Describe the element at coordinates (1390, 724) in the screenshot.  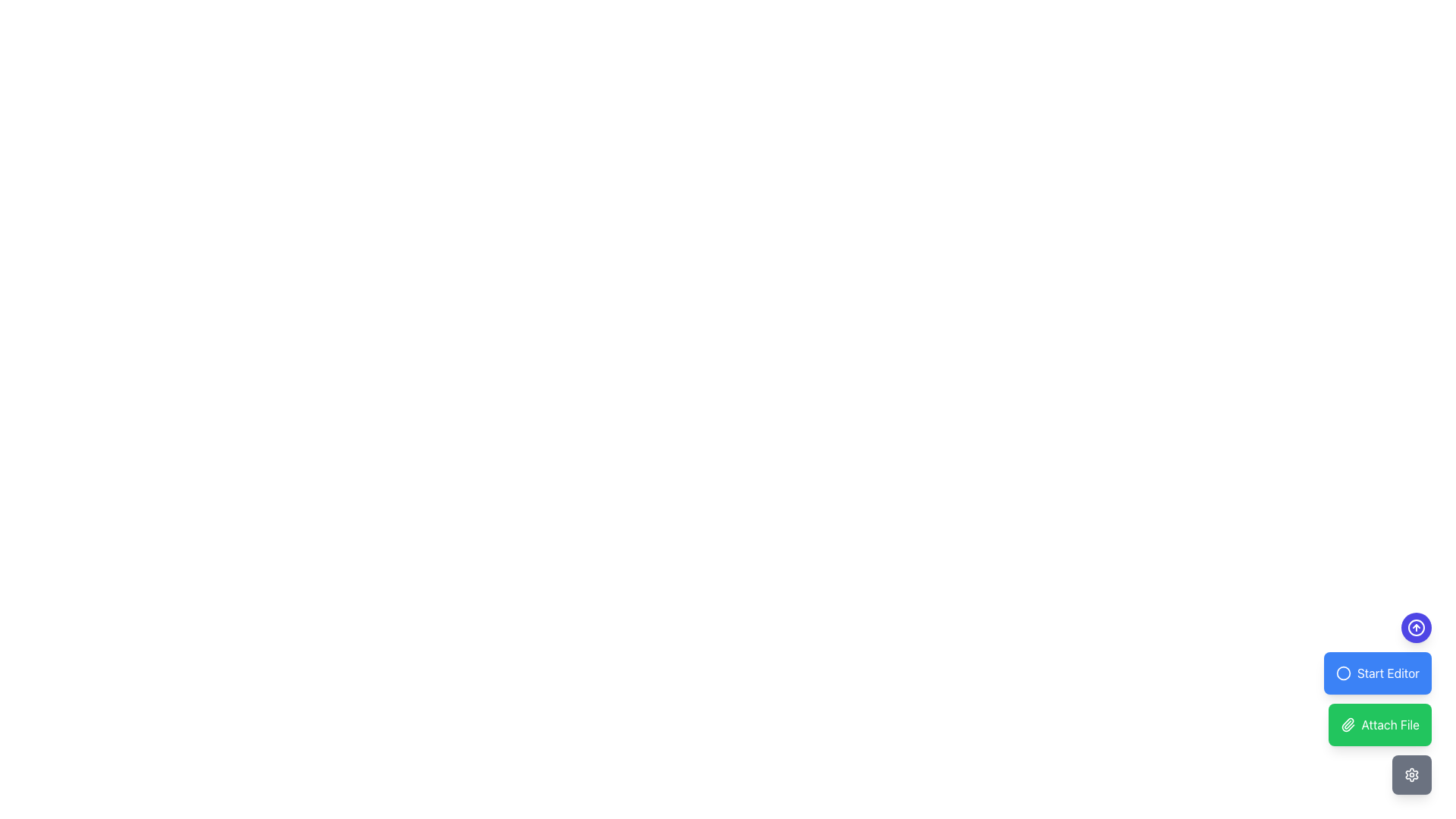
I see `the 'Attach File' text label button` at that location.